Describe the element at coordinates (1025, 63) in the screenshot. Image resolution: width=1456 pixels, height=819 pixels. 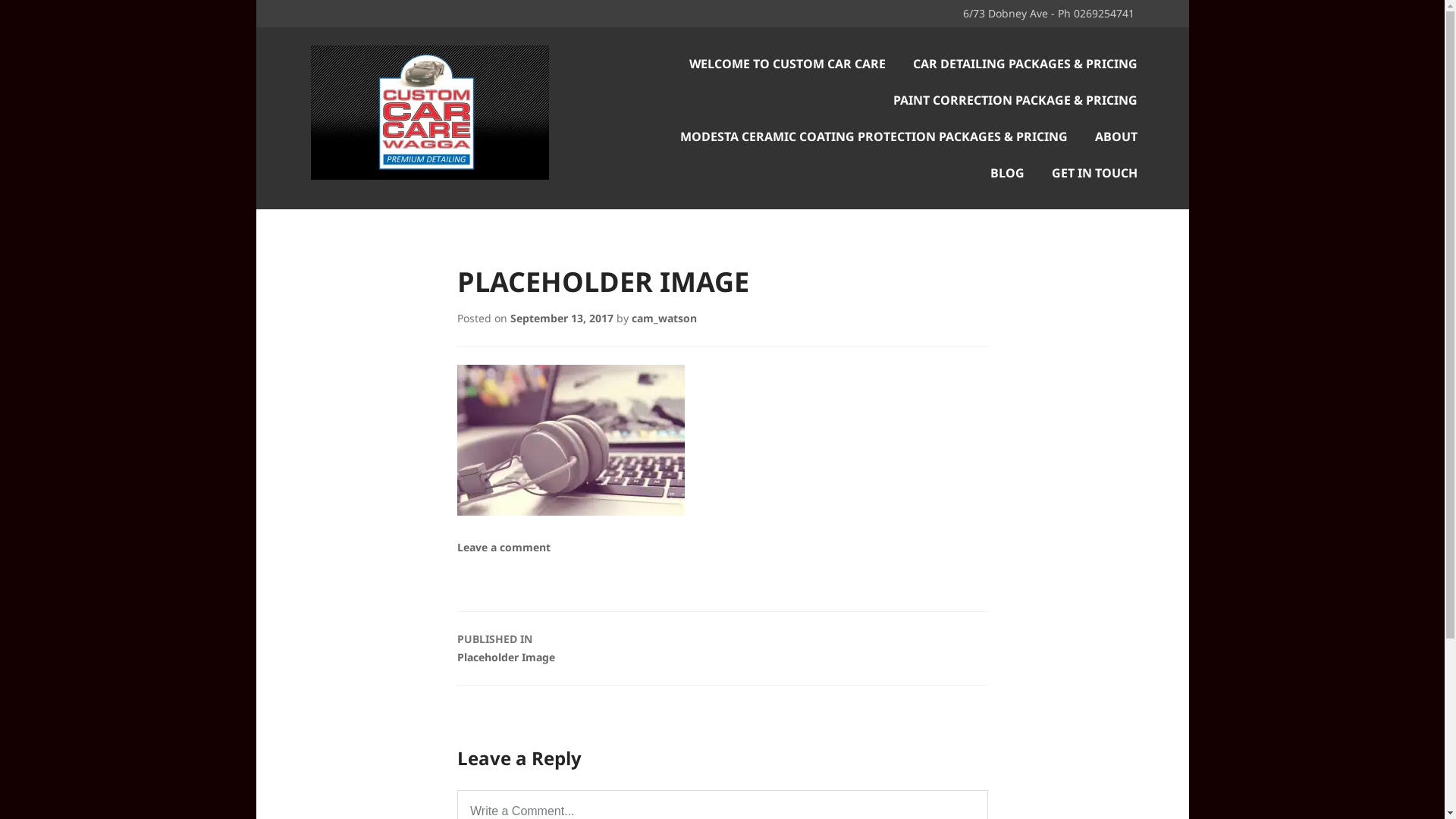
I see `'CAR DETAILING PACKAGES & PRICING'` at that location.